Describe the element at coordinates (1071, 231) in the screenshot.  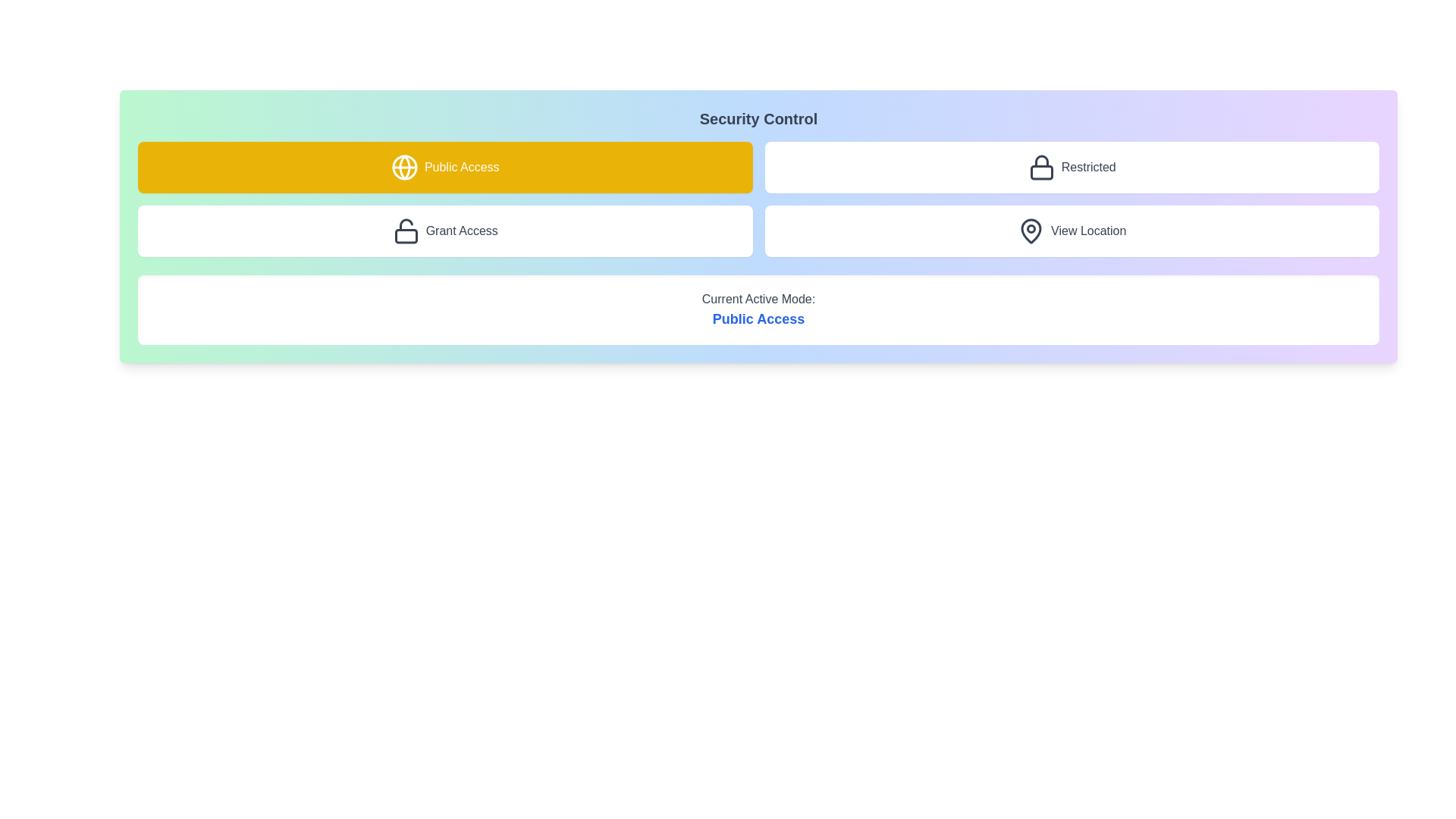
I see `the mode View Location by clicking on the corresponding button` at that location.